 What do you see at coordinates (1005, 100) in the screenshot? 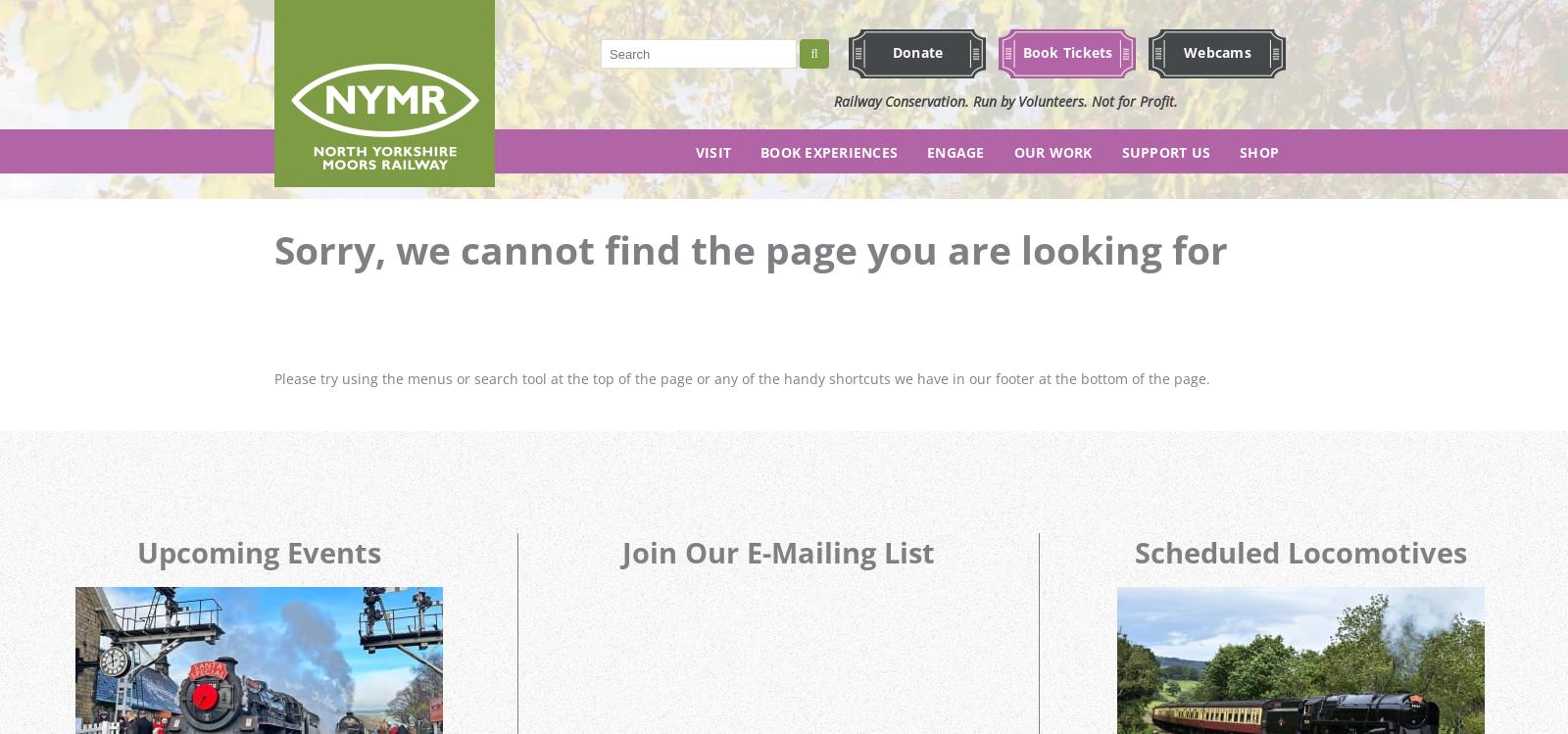
I see `'Railway Conservation. Run by Volunteers. Not for Profit.'` at bounding box center [1005, 100].